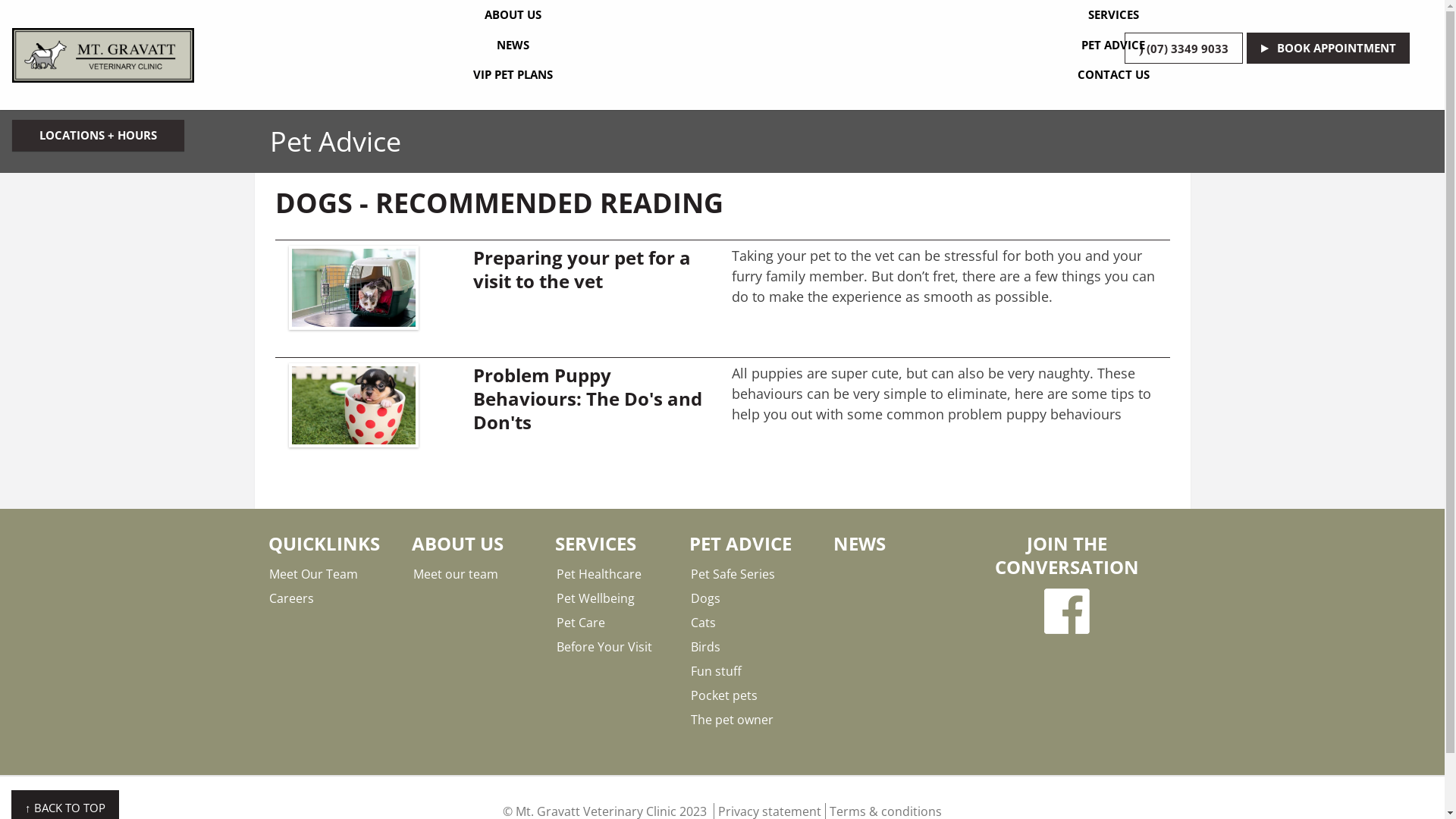  Describe the element at coordinates (269, 598) in the screenshot. I see `'Careers'` at that location.